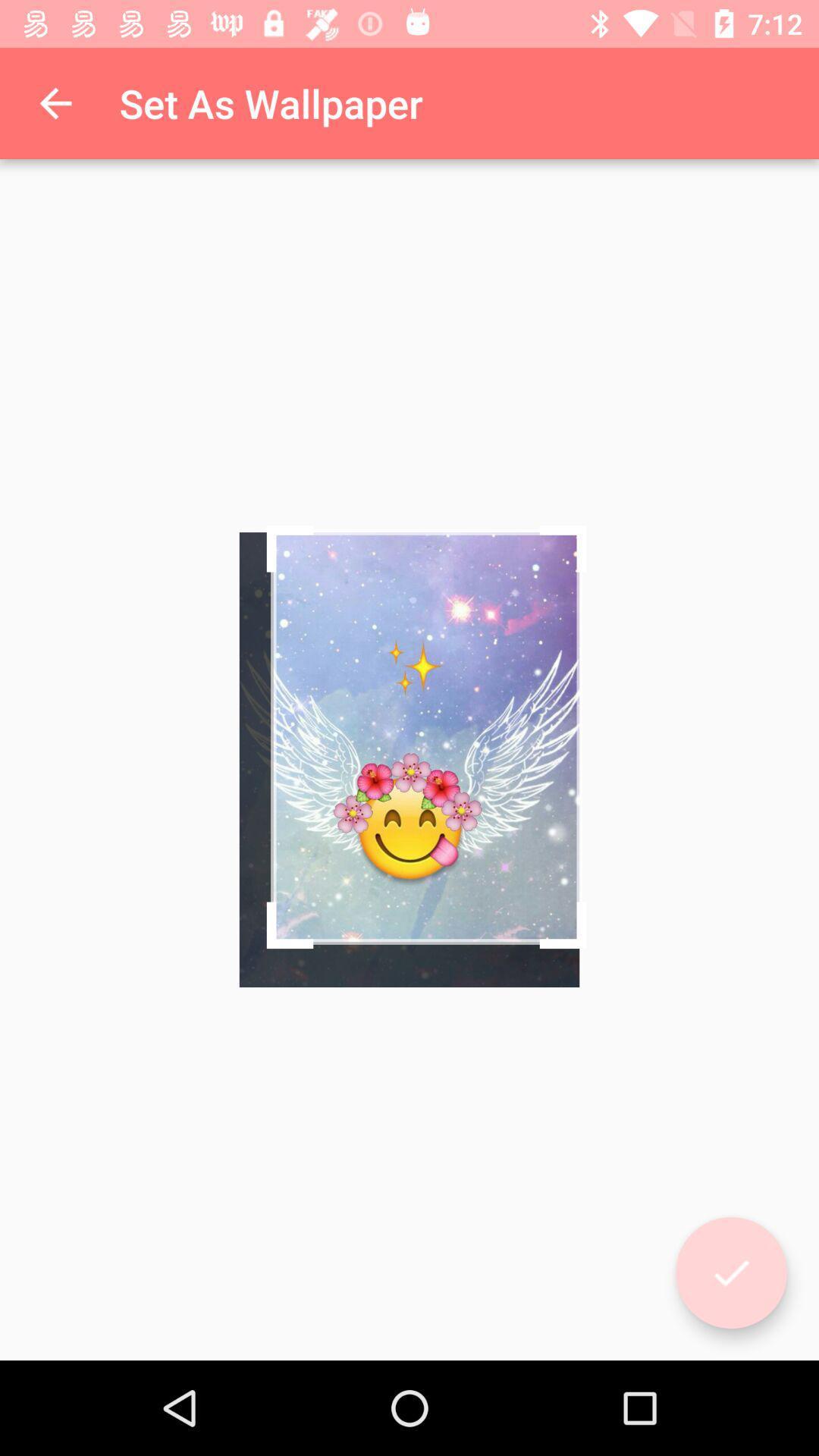 The width and height of the screenshot is (819, 1456). What do you see at coordinates (55, 102) in the screenshot?
I see `the item next to the set as wallpaper icon` at bounding box center [55, 102].